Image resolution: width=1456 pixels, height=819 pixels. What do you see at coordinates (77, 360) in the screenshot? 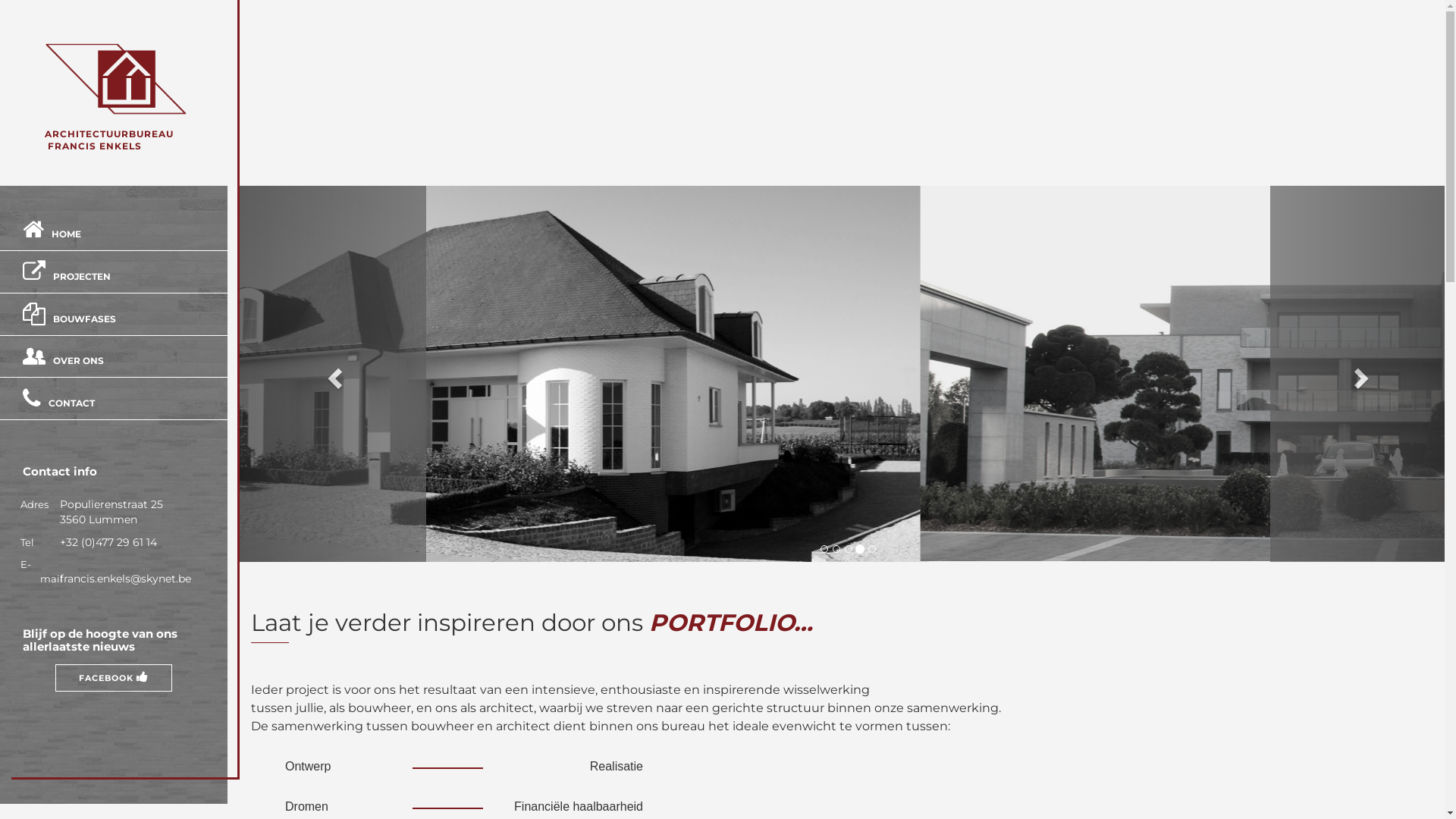
I see `'OVER ONS'` at bounding box center [77, 360].